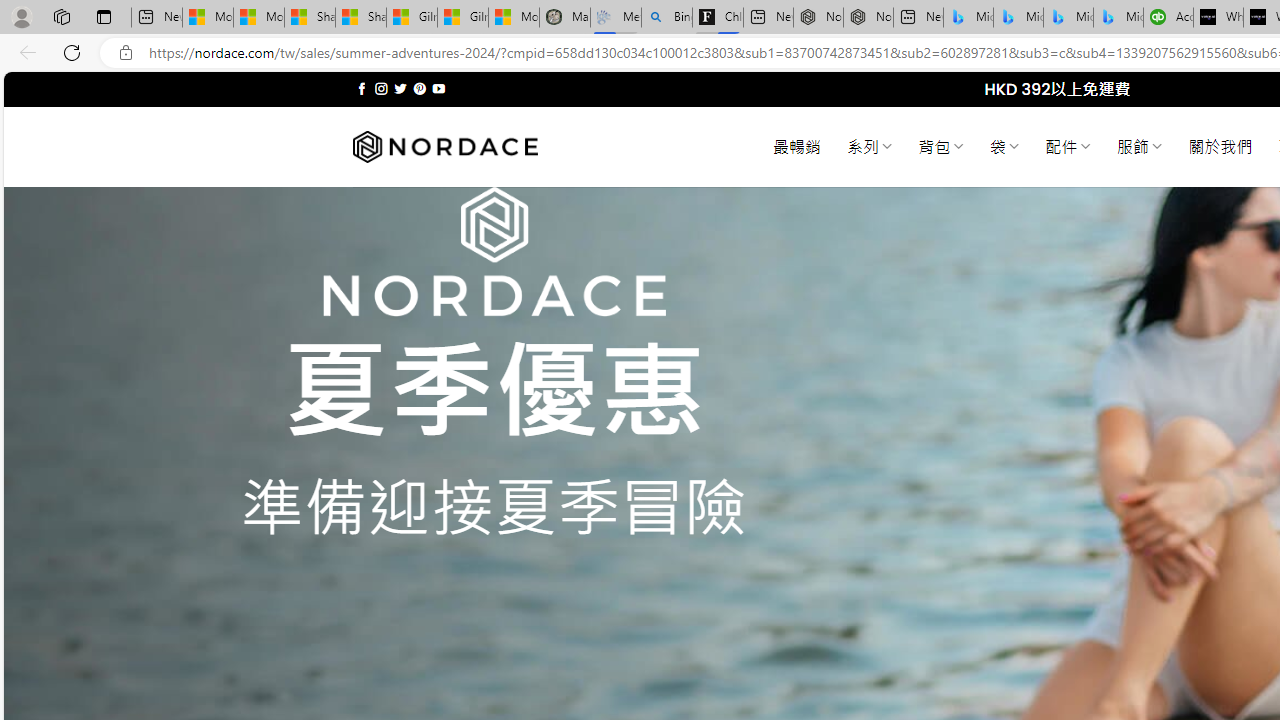 This screenshot has width=1280, height=720. What do you see at coordinates (61, 16) in the screenshot?
I see `'Workspaces'` at bounding box center [61, 16].